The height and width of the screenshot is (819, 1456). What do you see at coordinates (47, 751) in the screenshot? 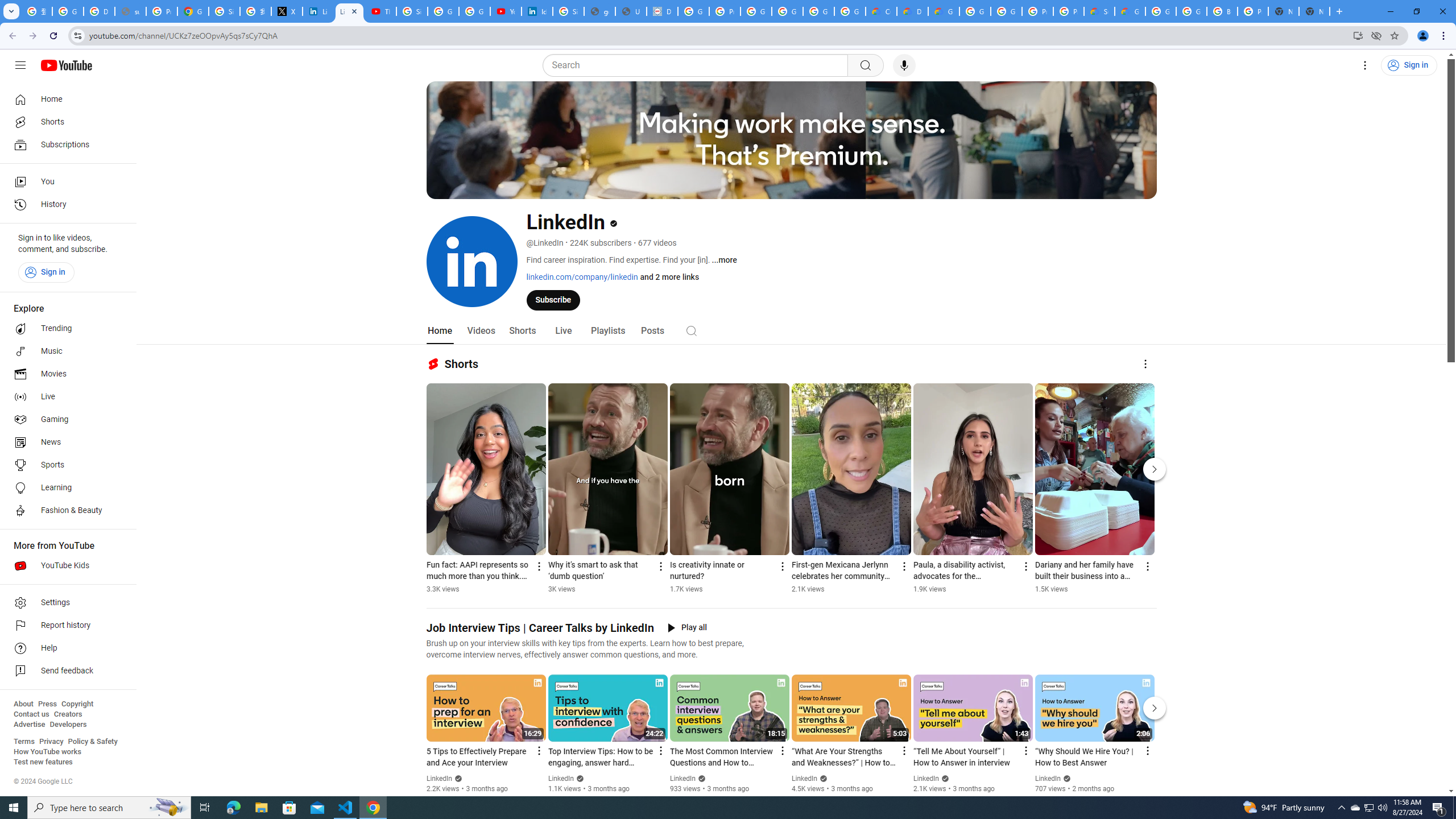
I see `'How YouTube works'` at bounding box center [47, 751].